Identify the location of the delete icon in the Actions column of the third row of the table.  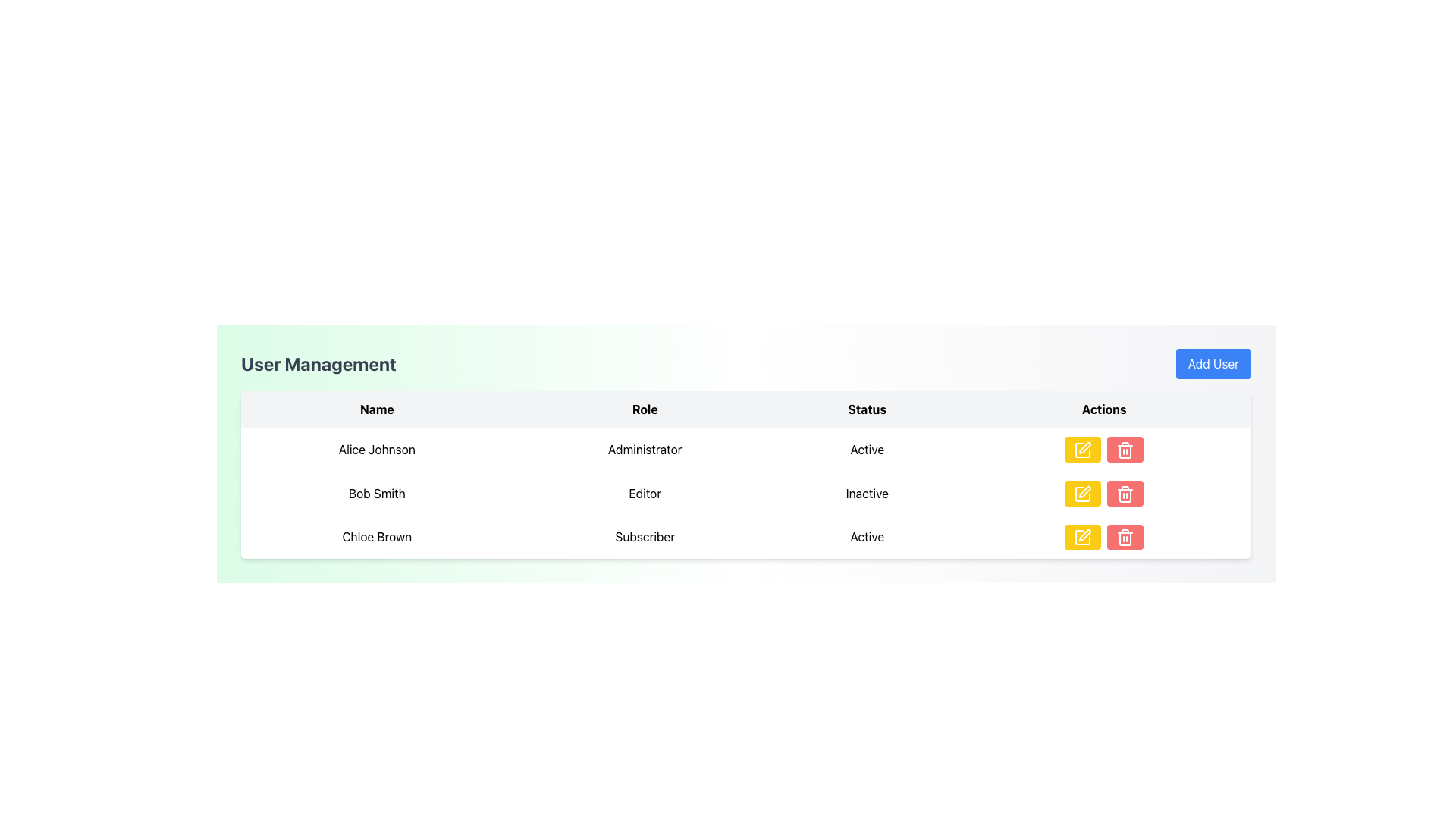
(1125, 449).